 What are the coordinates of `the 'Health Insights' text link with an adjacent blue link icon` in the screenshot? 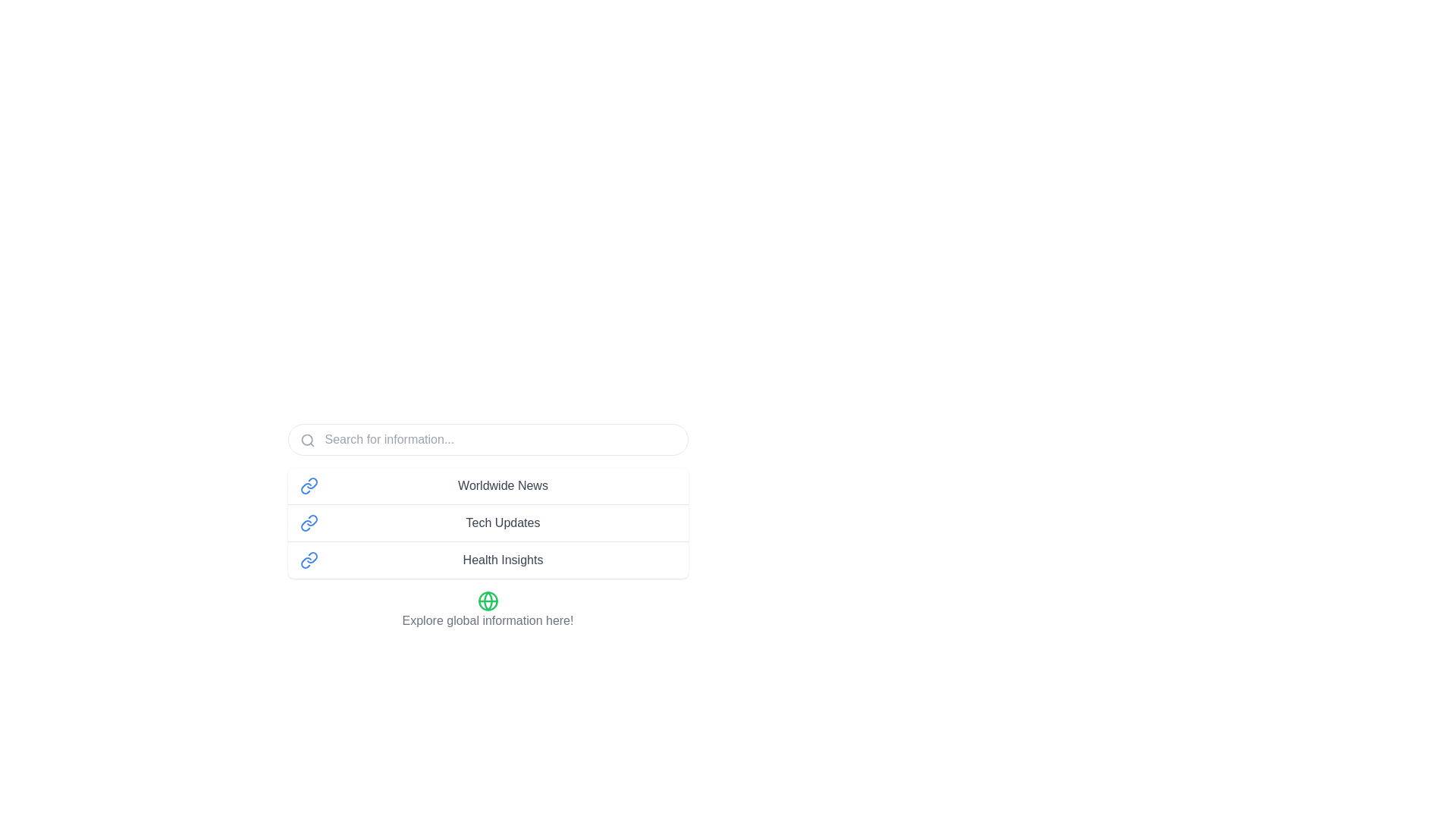 It's located at (488, 560).